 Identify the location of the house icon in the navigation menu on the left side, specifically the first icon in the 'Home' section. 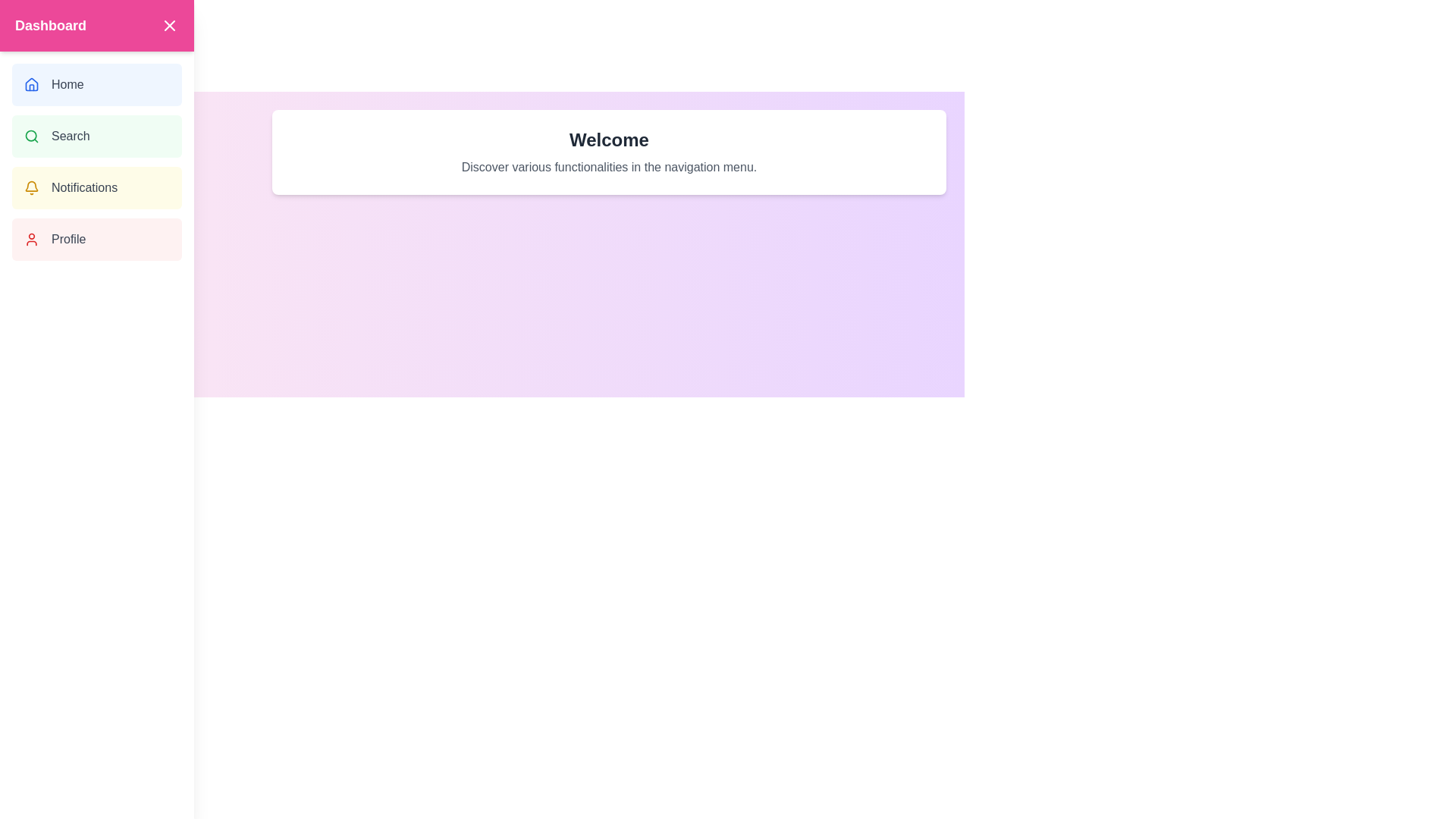
(32, 84).